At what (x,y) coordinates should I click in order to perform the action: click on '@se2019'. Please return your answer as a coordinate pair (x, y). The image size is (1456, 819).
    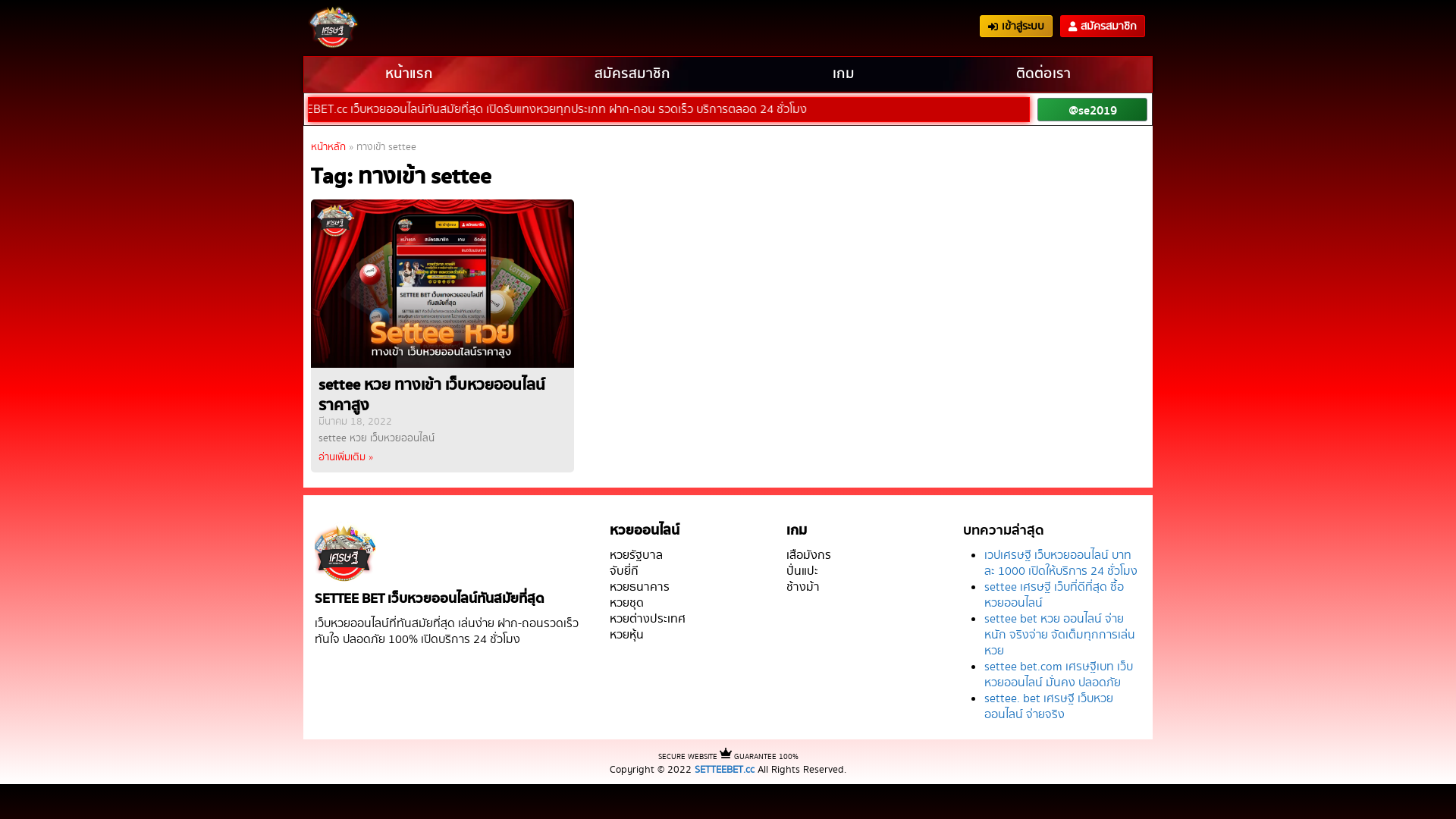
    Looking at the image, I should click on (1092, 108).